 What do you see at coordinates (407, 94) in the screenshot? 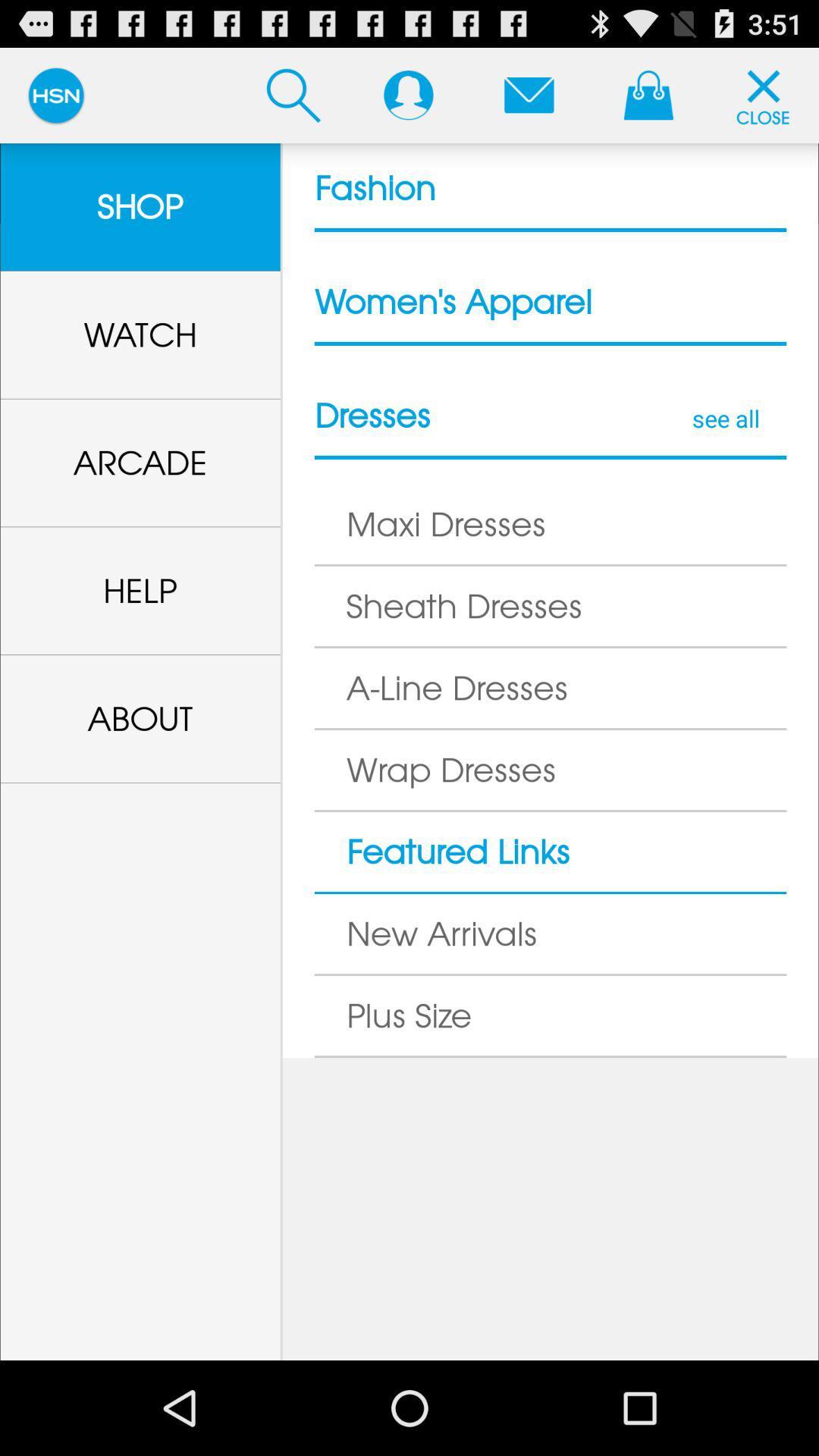
I see `profile` at bounding box center [407, 94].